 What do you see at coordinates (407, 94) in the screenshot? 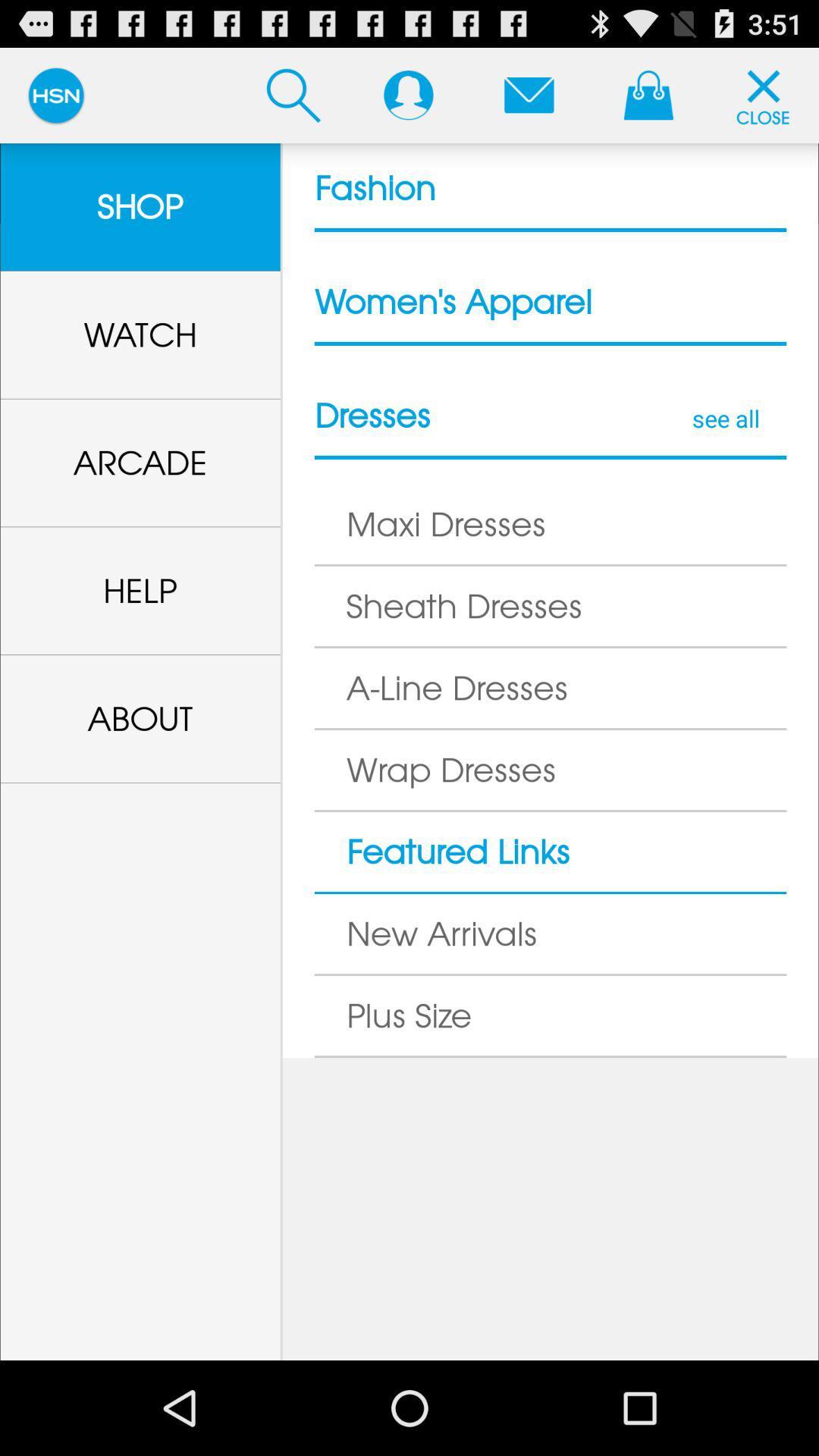
I see `profile` at bounding box center [407, 94].